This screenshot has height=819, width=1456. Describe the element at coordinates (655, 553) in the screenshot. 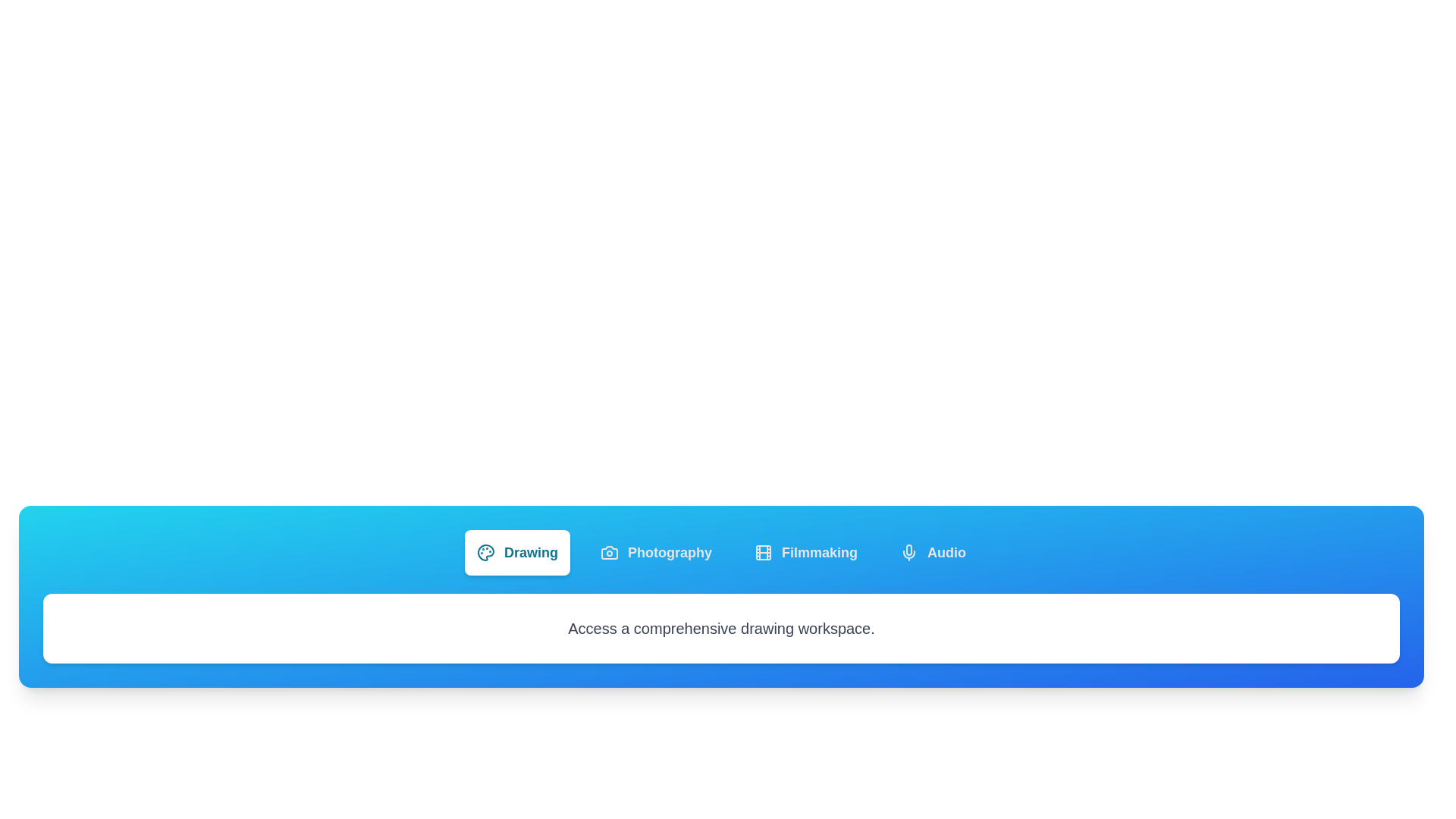

I see `the tab labeled Photography to display its content` at that location.